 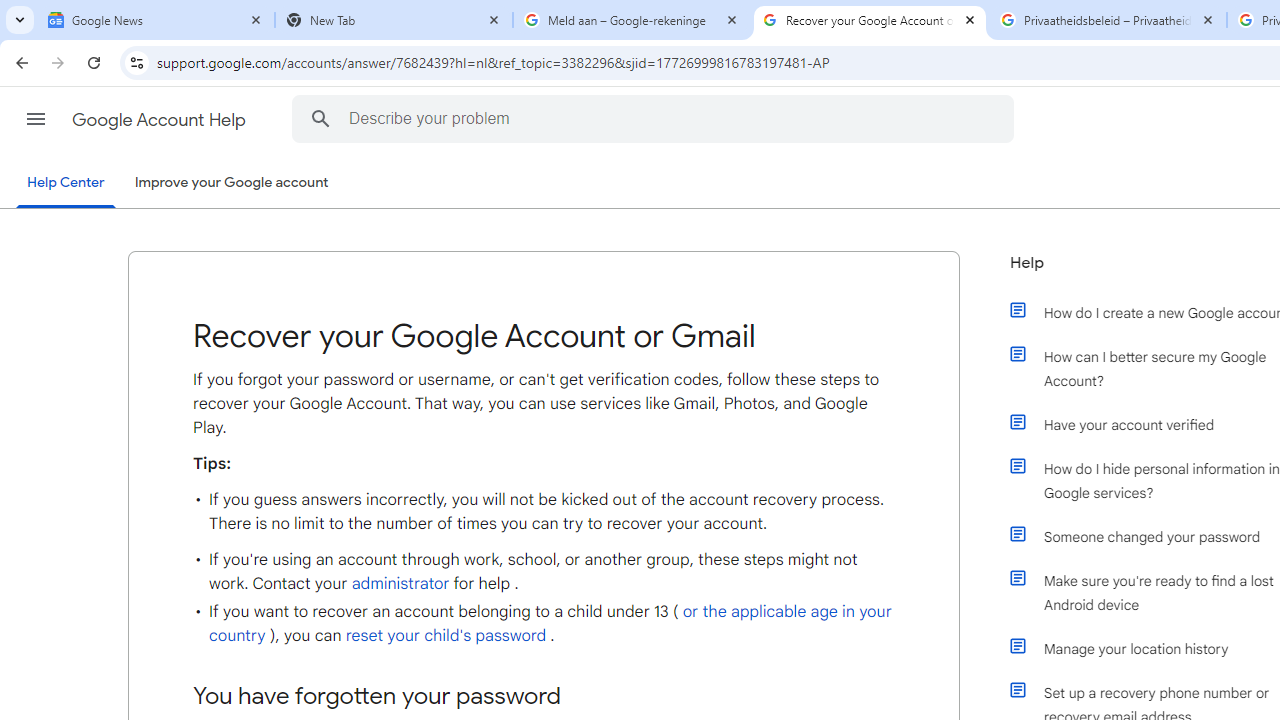 What do you see at coordinates (400, 583) in the screenshot?
I see `'administrator'` at bounding box center [400, 583].